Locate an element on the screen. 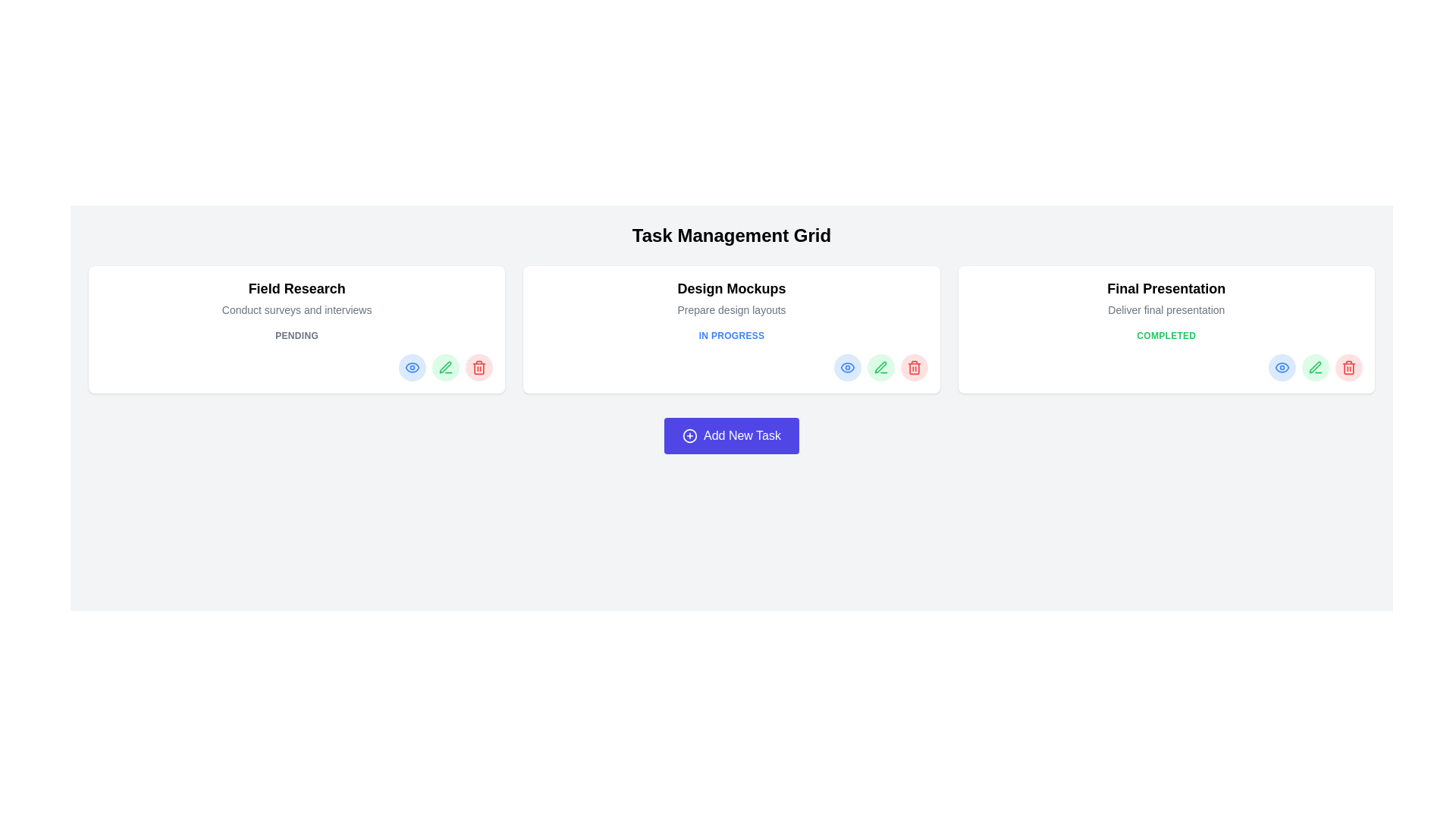 The height and width of the screenshot is (819, 1456). the status of the Task Card titled 'Field Research' which has a white background and a status label 'PENDING' at the bottom center is located at coordinates (297, 329).